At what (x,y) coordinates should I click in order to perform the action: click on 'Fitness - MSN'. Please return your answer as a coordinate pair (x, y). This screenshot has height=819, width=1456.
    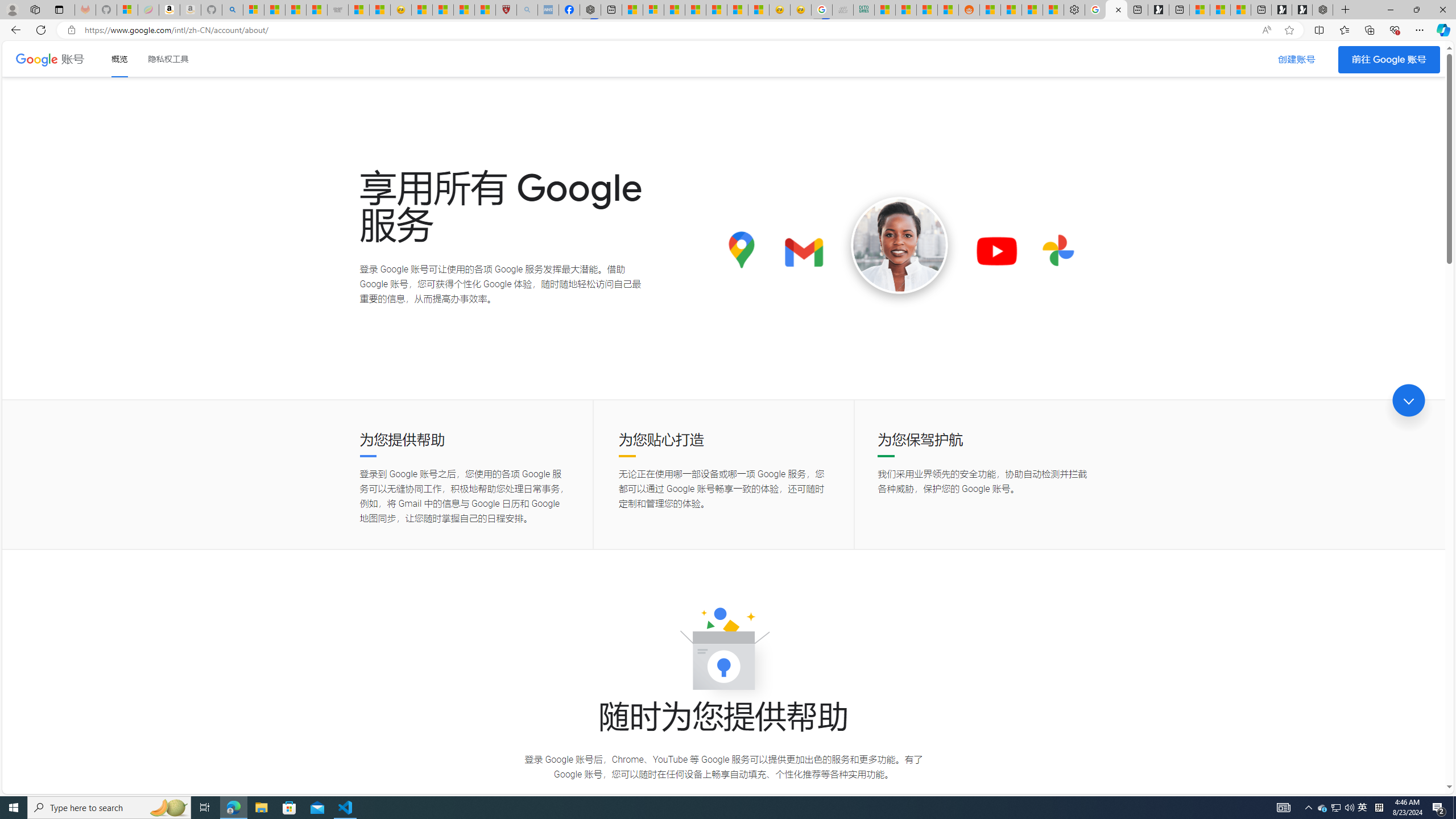
    Looking at the image, I should click on (716, 9).